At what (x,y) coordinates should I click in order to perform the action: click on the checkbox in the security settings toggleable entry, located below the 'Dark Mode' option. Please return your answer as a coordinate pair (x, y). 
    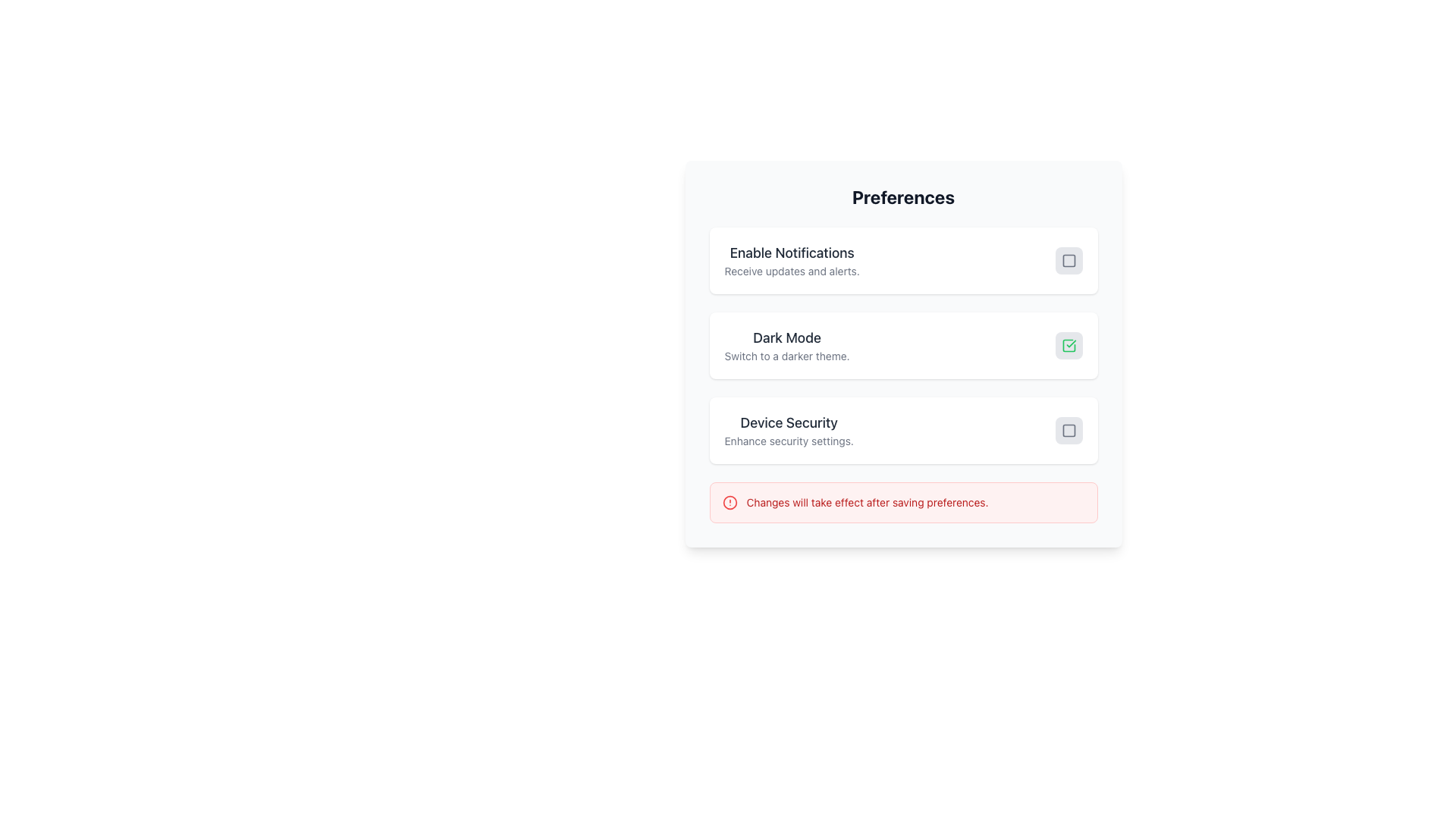
    Looking at the image, I should click on (903, 430).